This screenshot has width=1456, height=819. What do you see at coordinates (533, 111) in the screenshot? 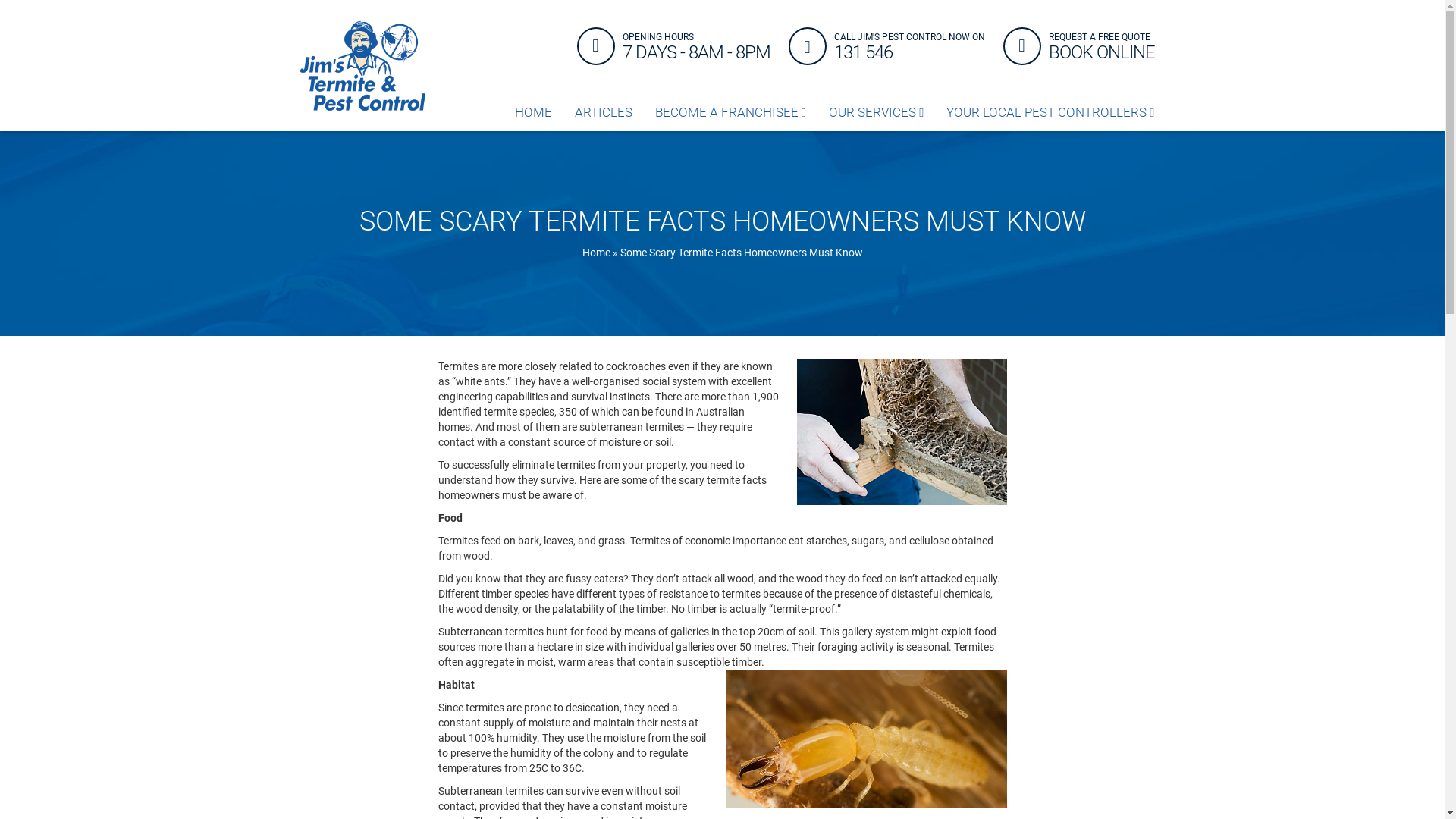
I see `'HOME'` at bounding box center [533, 111].